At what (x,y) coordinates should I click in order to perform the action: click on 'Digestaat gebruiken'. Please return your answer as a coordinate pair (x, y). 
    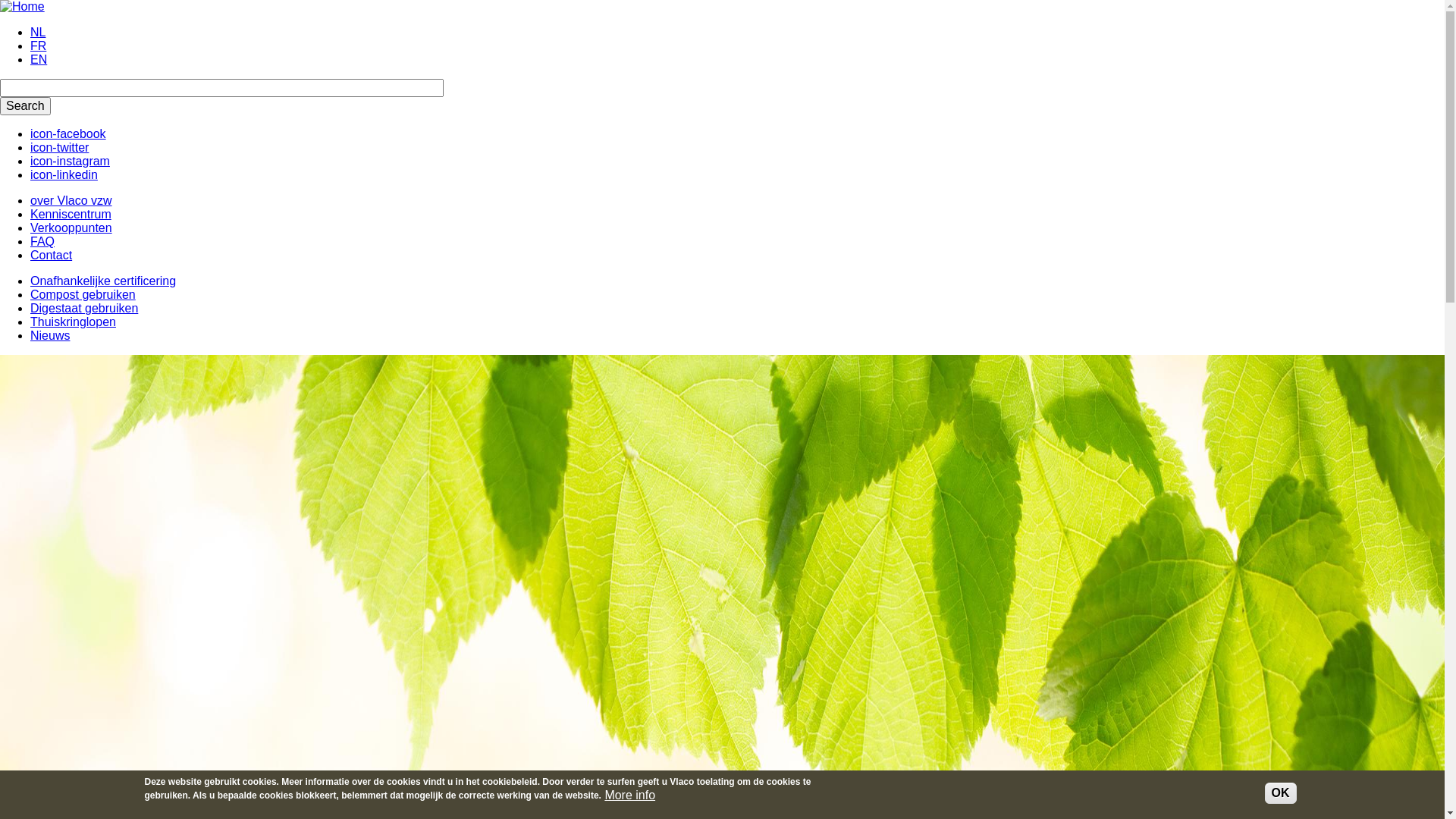
    Looking at the image, I should click on (30, 307).